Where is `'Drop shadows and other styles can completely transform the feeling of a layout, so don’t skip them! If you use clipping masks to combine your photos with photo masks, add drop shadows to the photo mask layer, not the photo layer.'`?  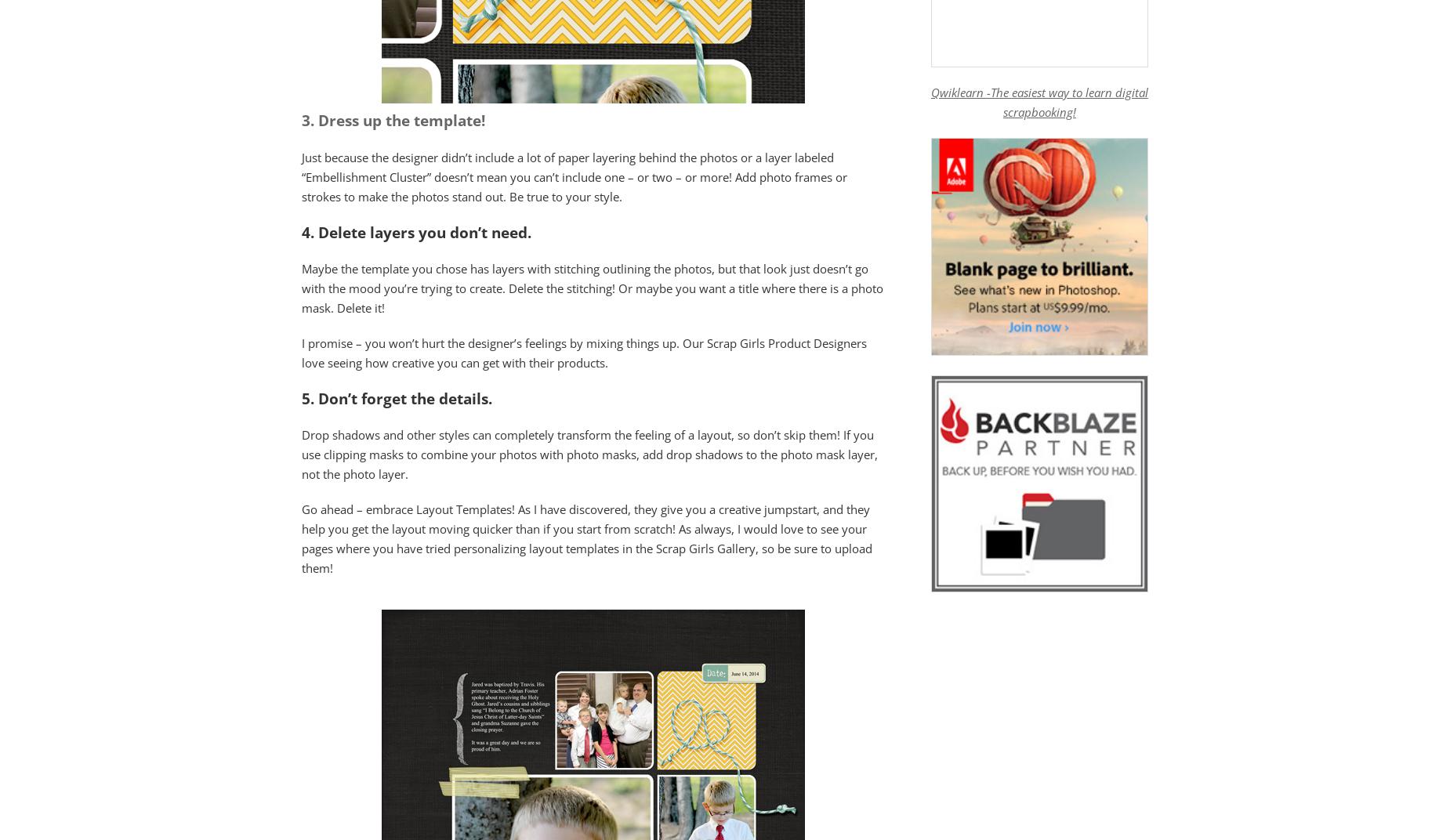 'Drop shadows and other styles can completely transform the feeling of a layout, so don’t skip them! If you use clipping masks to combine your photos with photo masks, add drop shadows to the photo mask layer, not the photo layer.' is located at coordinates (589, 452).